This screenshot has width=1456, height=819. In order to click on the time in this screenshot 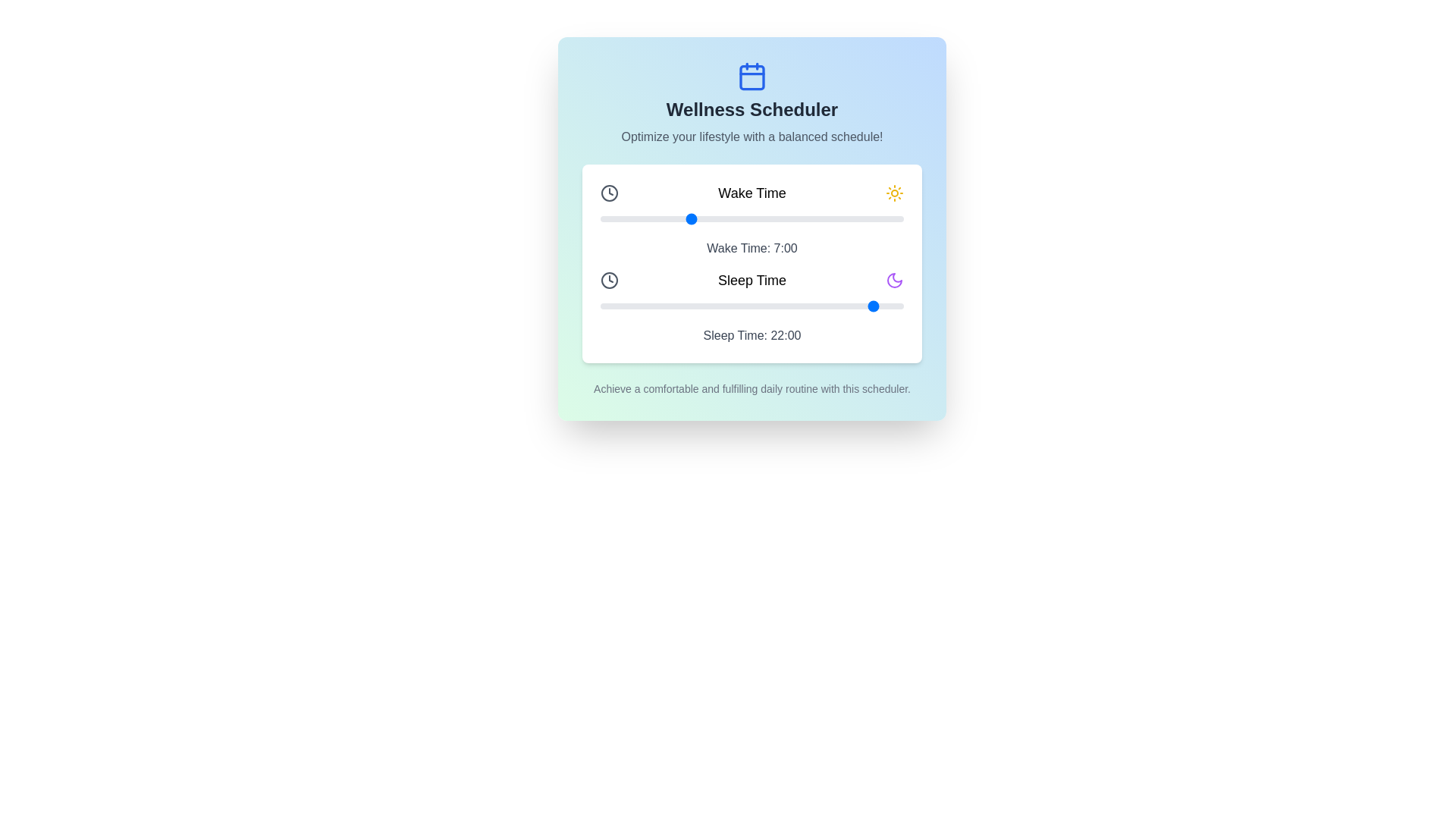, I will do `click(626, 306)`.